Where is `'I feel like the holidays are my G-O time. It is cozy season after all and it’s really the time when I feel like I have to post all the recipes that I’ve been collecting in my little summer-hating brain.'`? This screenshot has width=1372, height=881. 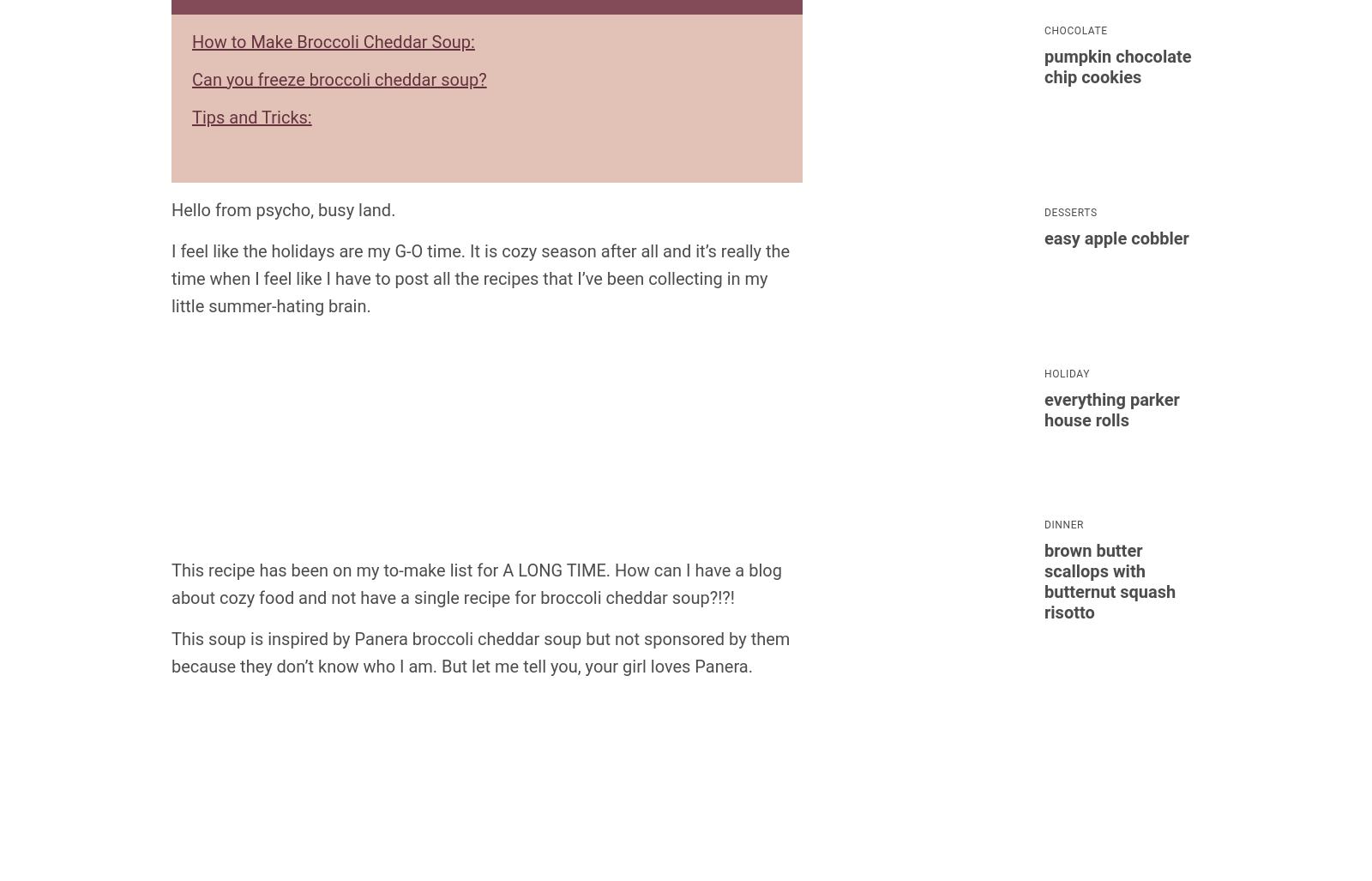
'I feel like the holidays are my G-O time. It is cozy season after all and it’s really the time when I feel like I have to post all the recipes that I’ve been collecting in my little summer-hating brain.' is located at coordinates (479, 277).